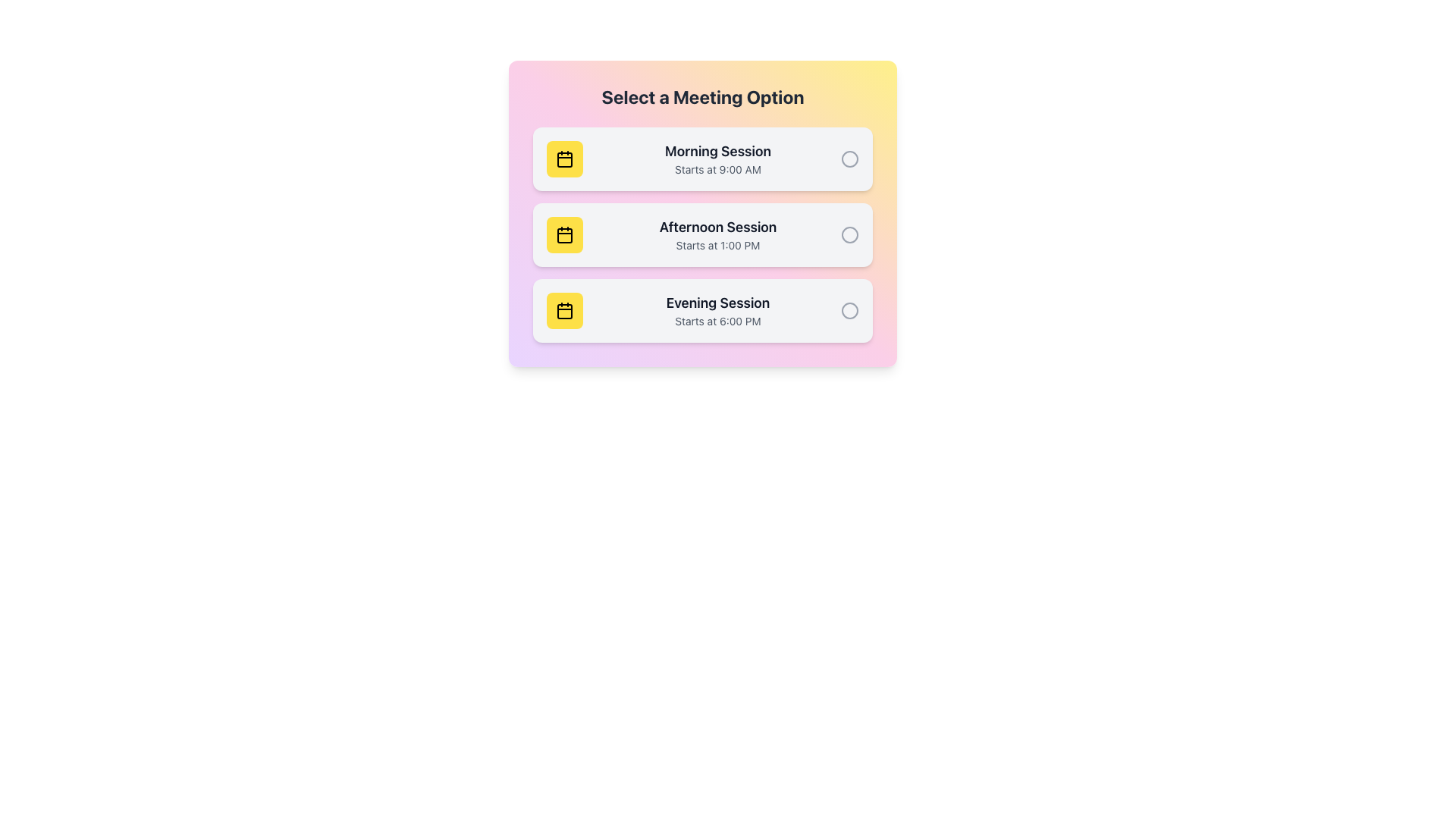 The width and height of the screenshot is (1456, 819). Describe the element at coordinates (850, 158) in the screenshot. I see `the radio button located to the far right of the 'Morning Session' option` at that location.